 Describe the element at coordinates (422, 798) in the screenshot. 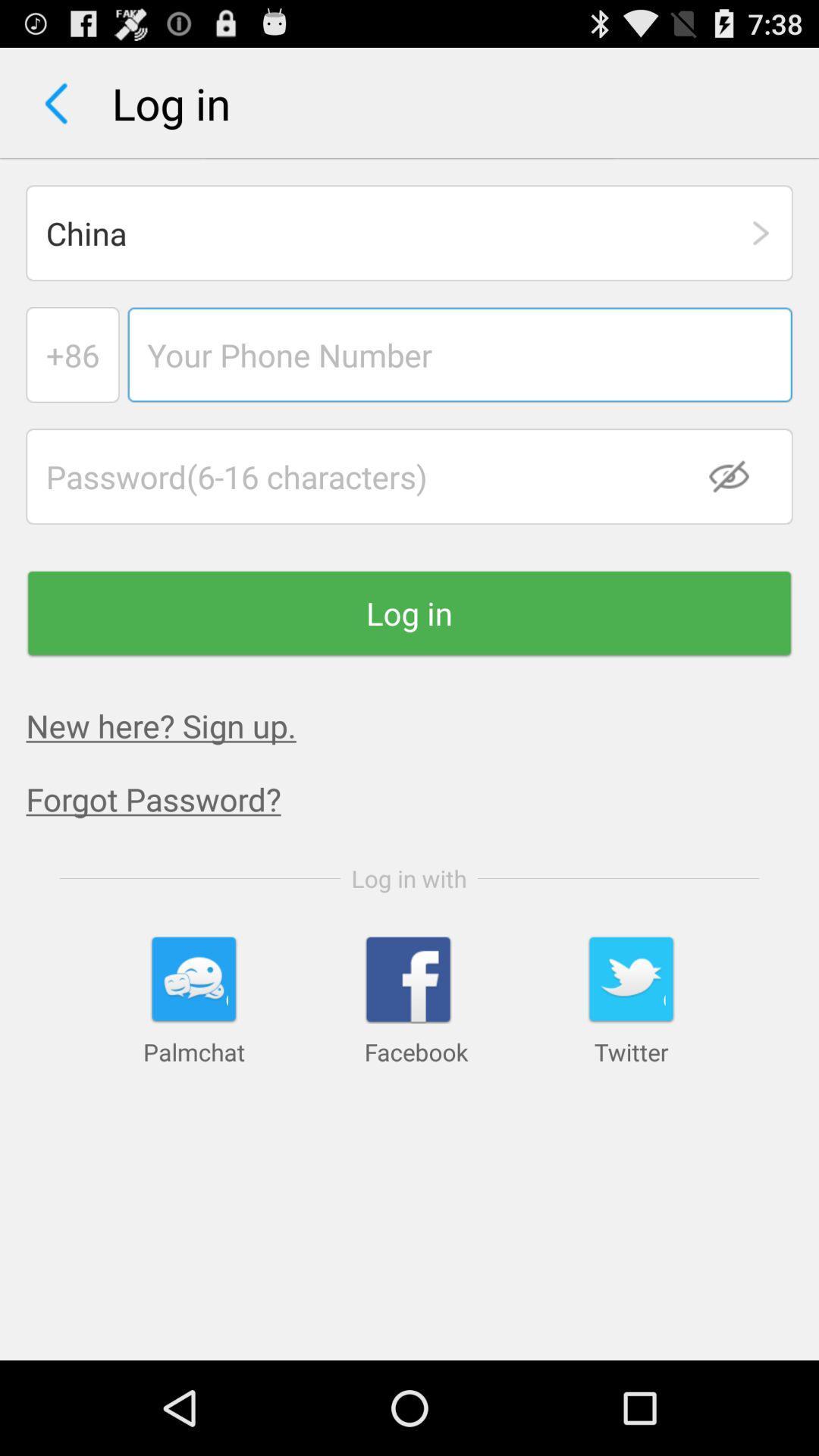

I see `forgot password? icon` at that location.